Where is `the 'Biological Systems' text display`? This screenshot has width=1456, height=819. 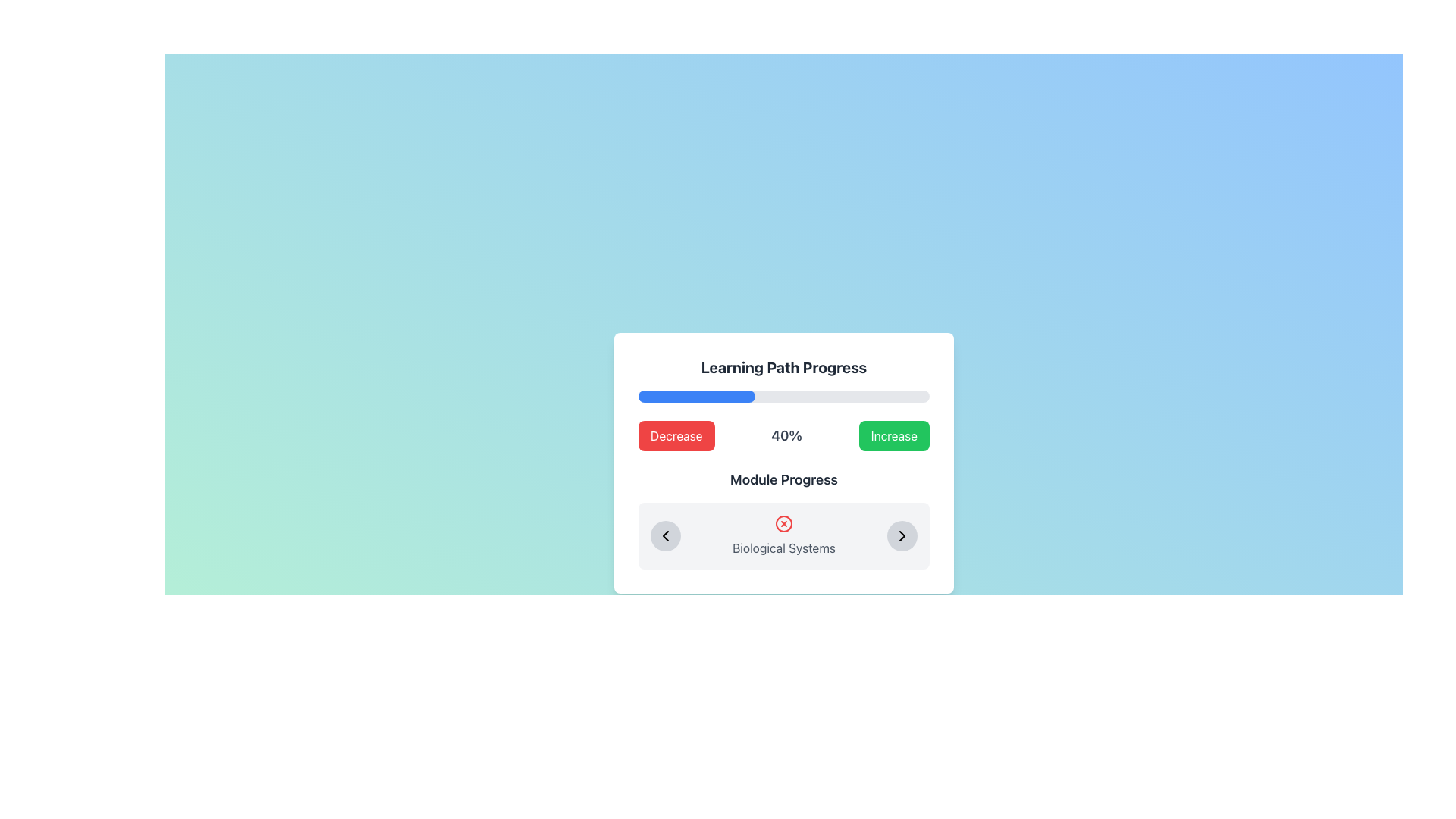 the 'Biological Systems' text display is located at coordinates (783, 535).